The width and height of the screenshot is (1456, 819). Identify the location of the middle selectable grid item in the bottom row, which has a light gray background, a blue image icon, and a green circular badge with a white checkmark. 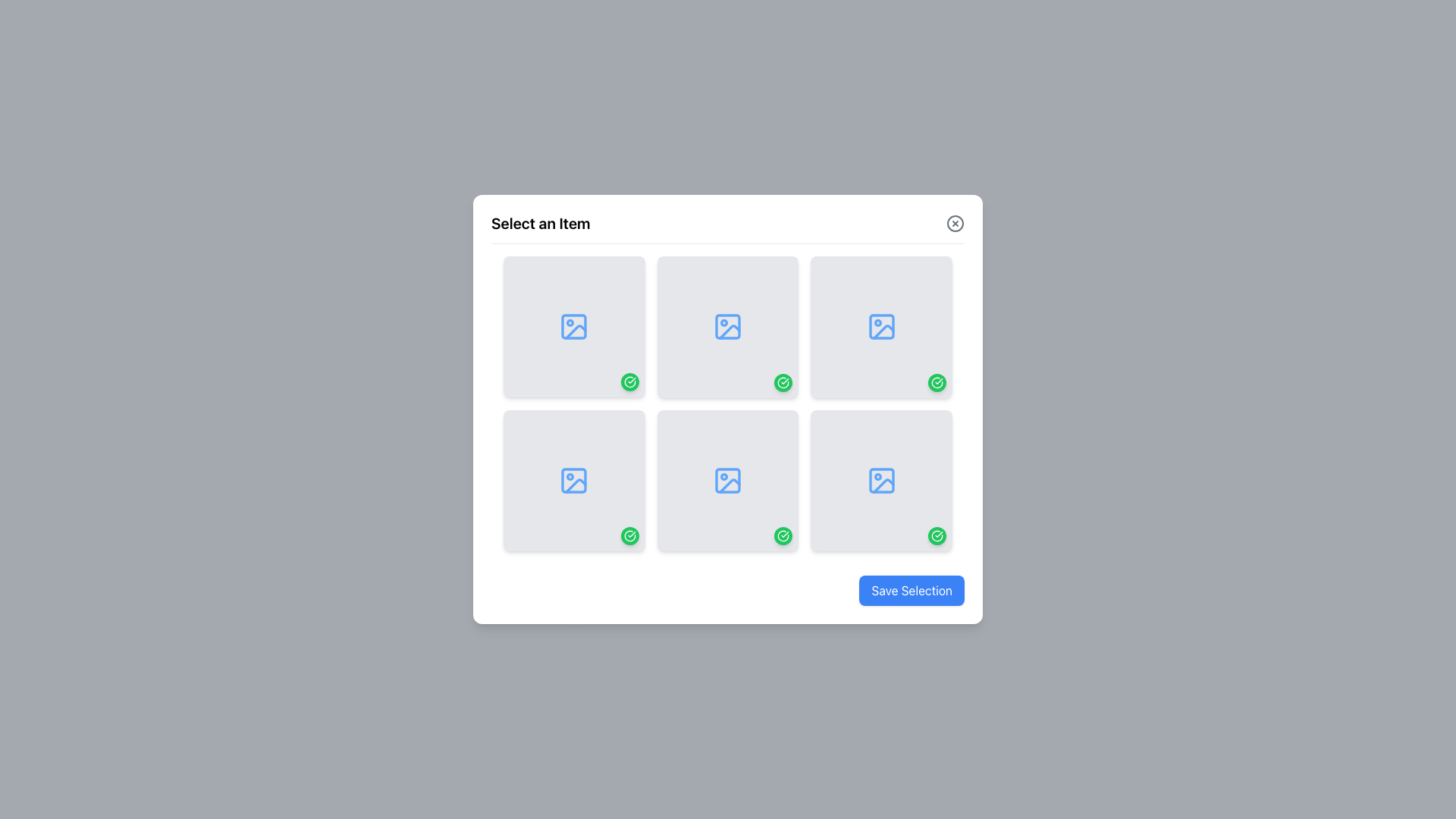
(728, 480).